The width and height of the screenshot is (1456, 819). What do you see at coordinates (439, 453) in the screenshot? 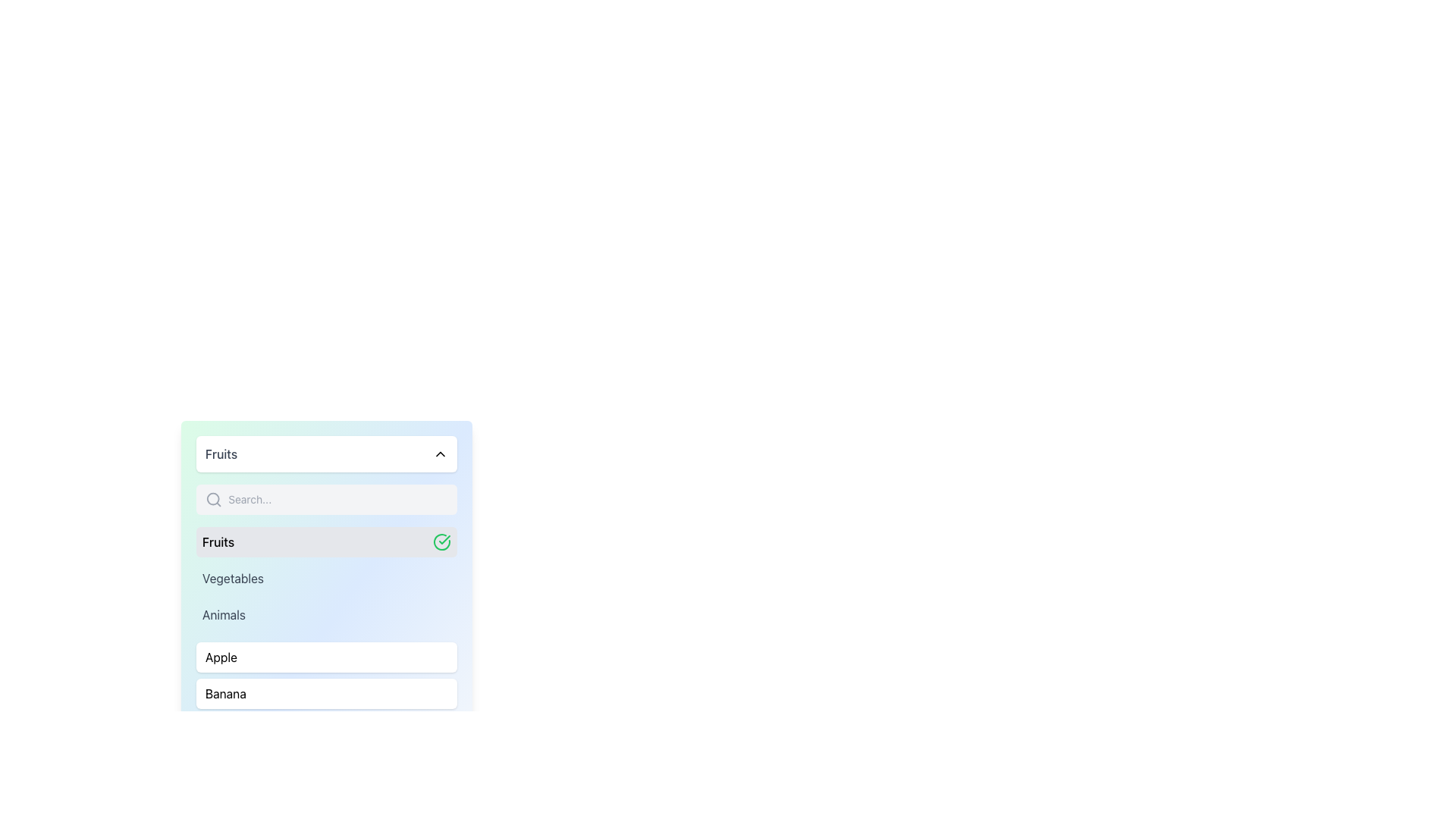
I see `the icon located at the top-right corner of the 'Fruits' section header` at bounding box center [439, 453].